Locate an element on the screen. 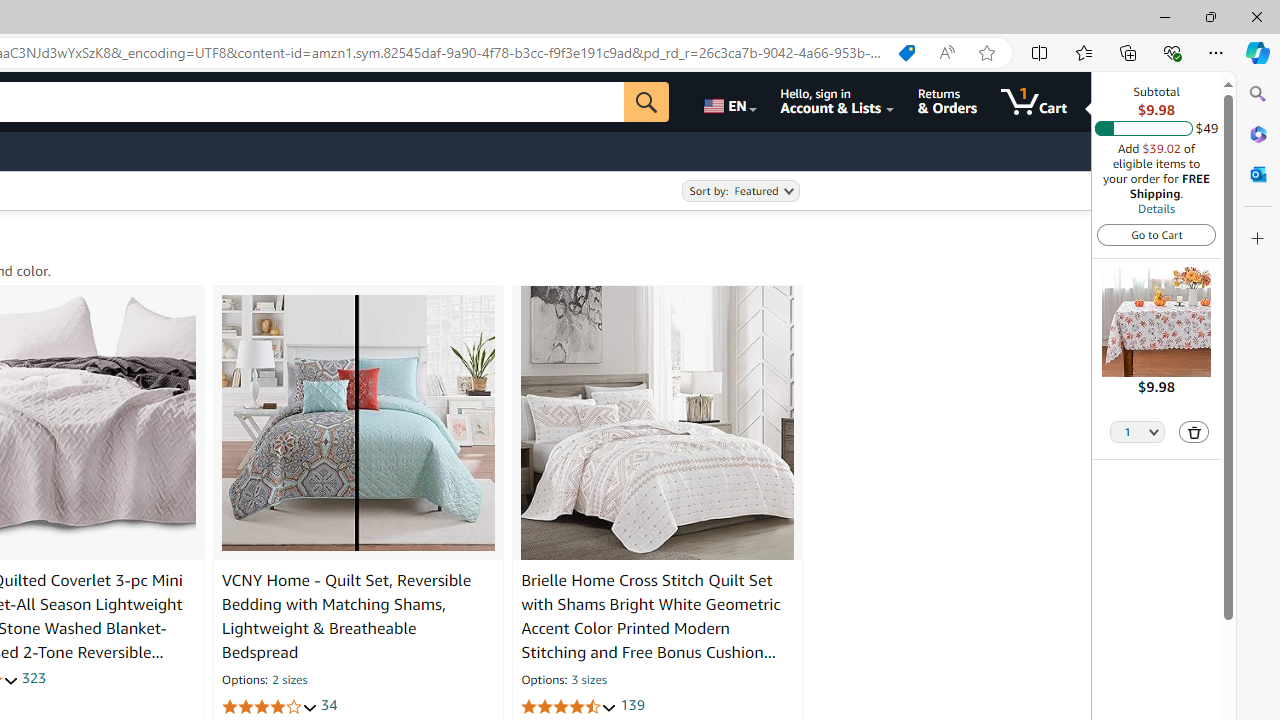  'Shopping in Microsoft Edge' is located at coordinates (905, 52).